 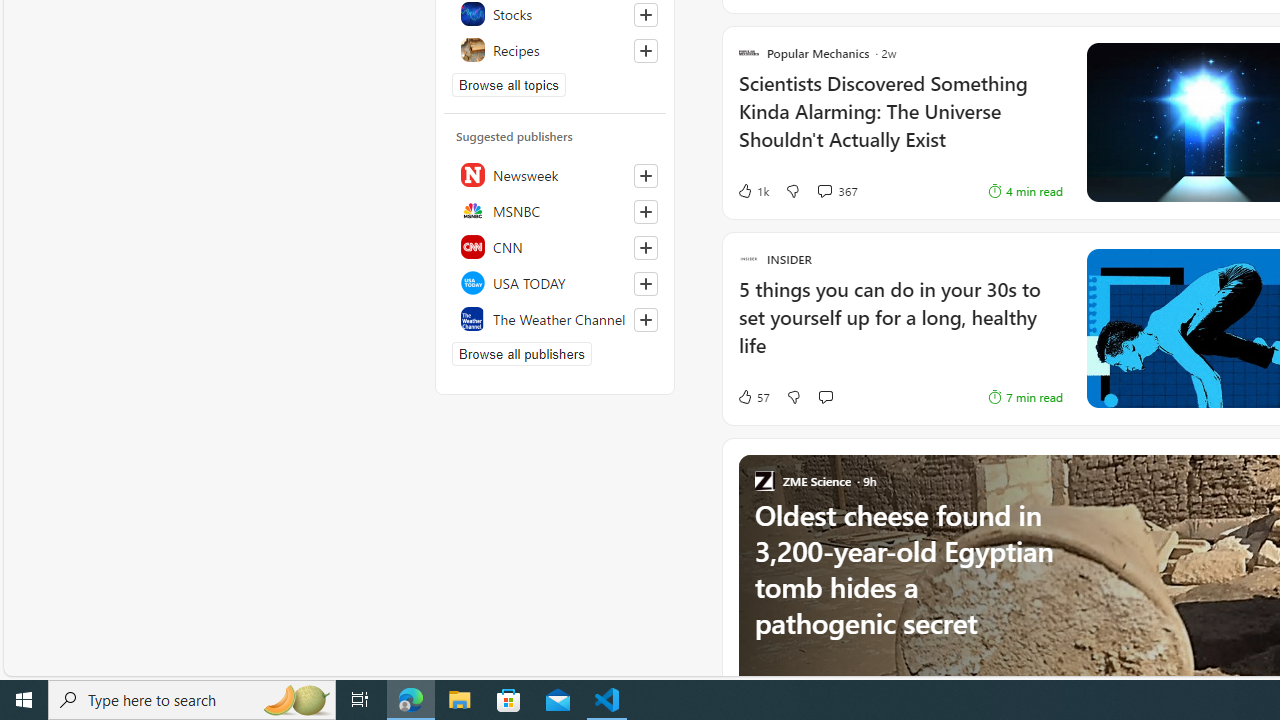 I want to click on 'Browse all publishers', so click(x=521, y=352).